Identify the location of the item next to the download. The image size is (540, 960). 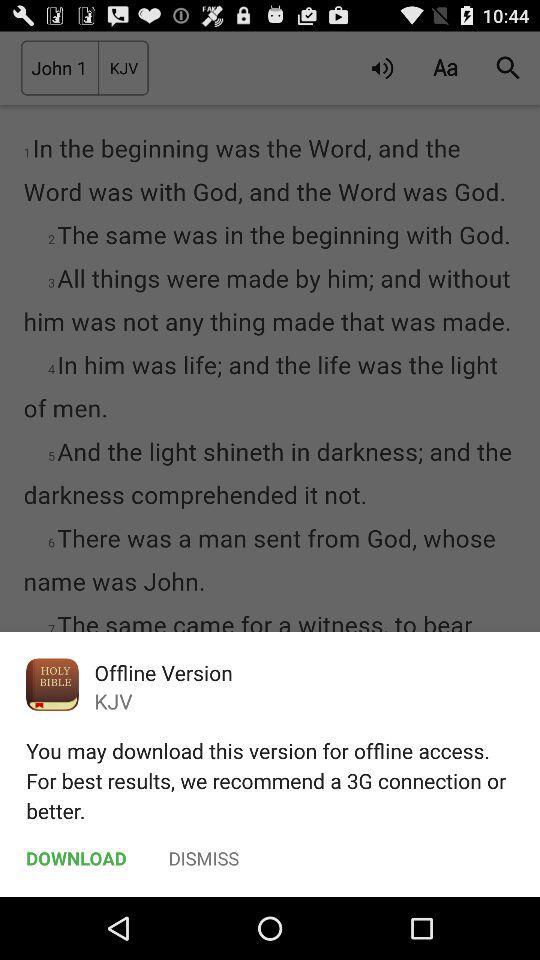
(203, 857).